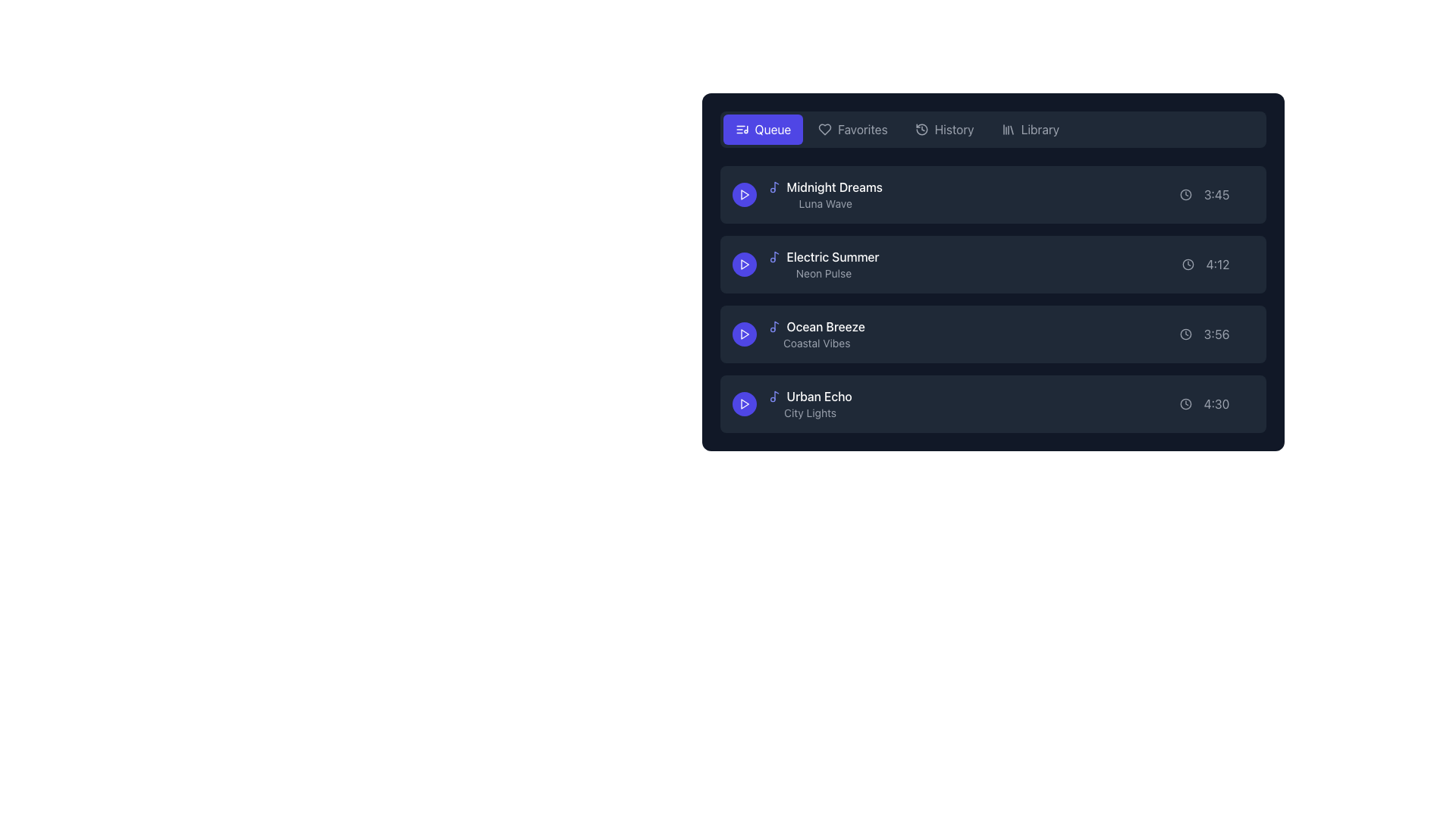 The width and height of the screenshot is (1456, 819). What do you see at coordinates (824, 128) in the screenshot?
I see `the heart icon representing the 'Favorites' feature in the navigation bar, located to the left of the text 'Favorites'` at bounding box center [824, 128].